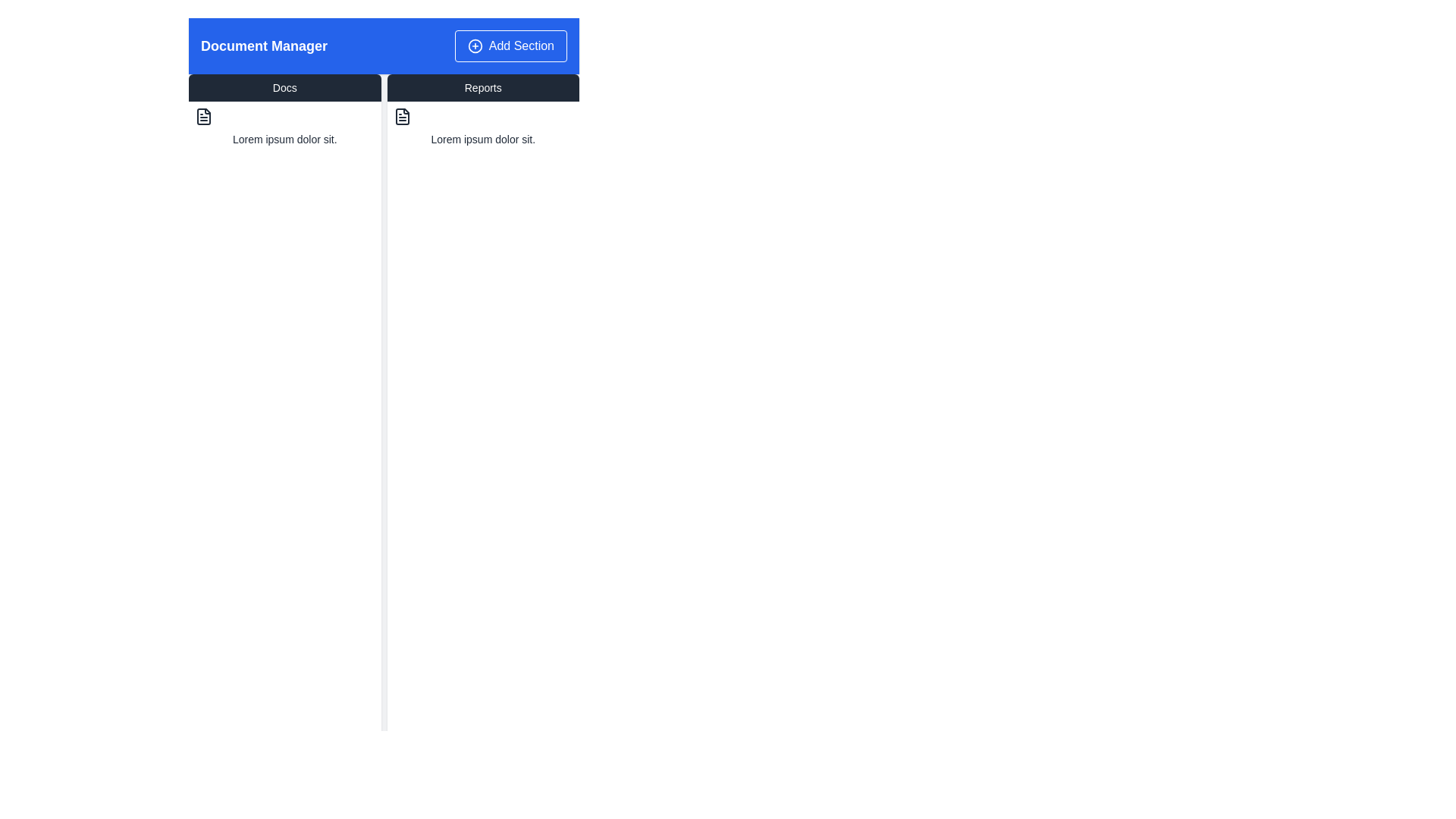 This screenshot has width=1456, height=819. I want to click on the 'Reports' button with a dark gray background and white text, so click(482, 87).